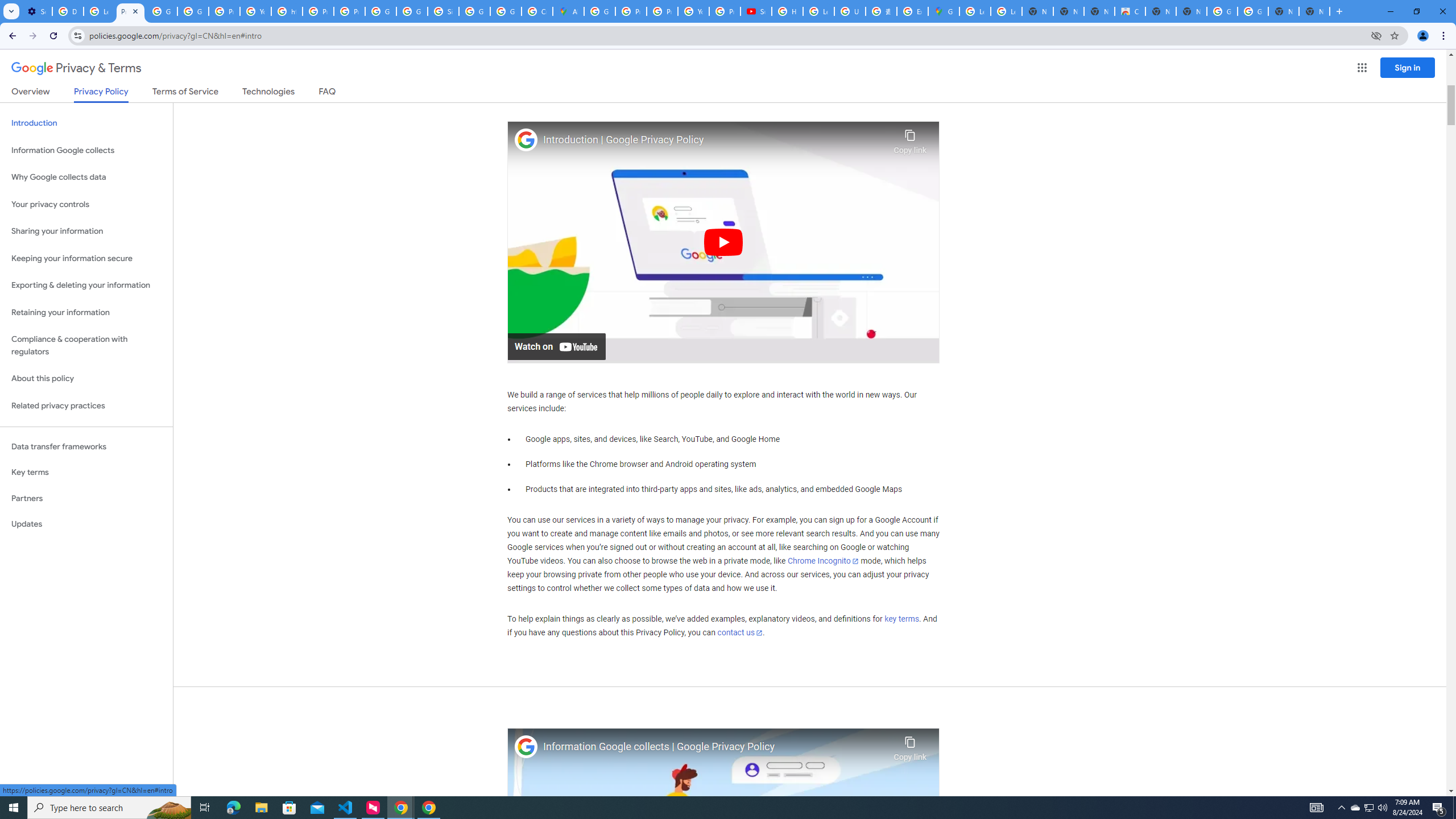 This screenshot has width=1456, height=819. I want to click on 'Information Google collects', so click(86, 150).